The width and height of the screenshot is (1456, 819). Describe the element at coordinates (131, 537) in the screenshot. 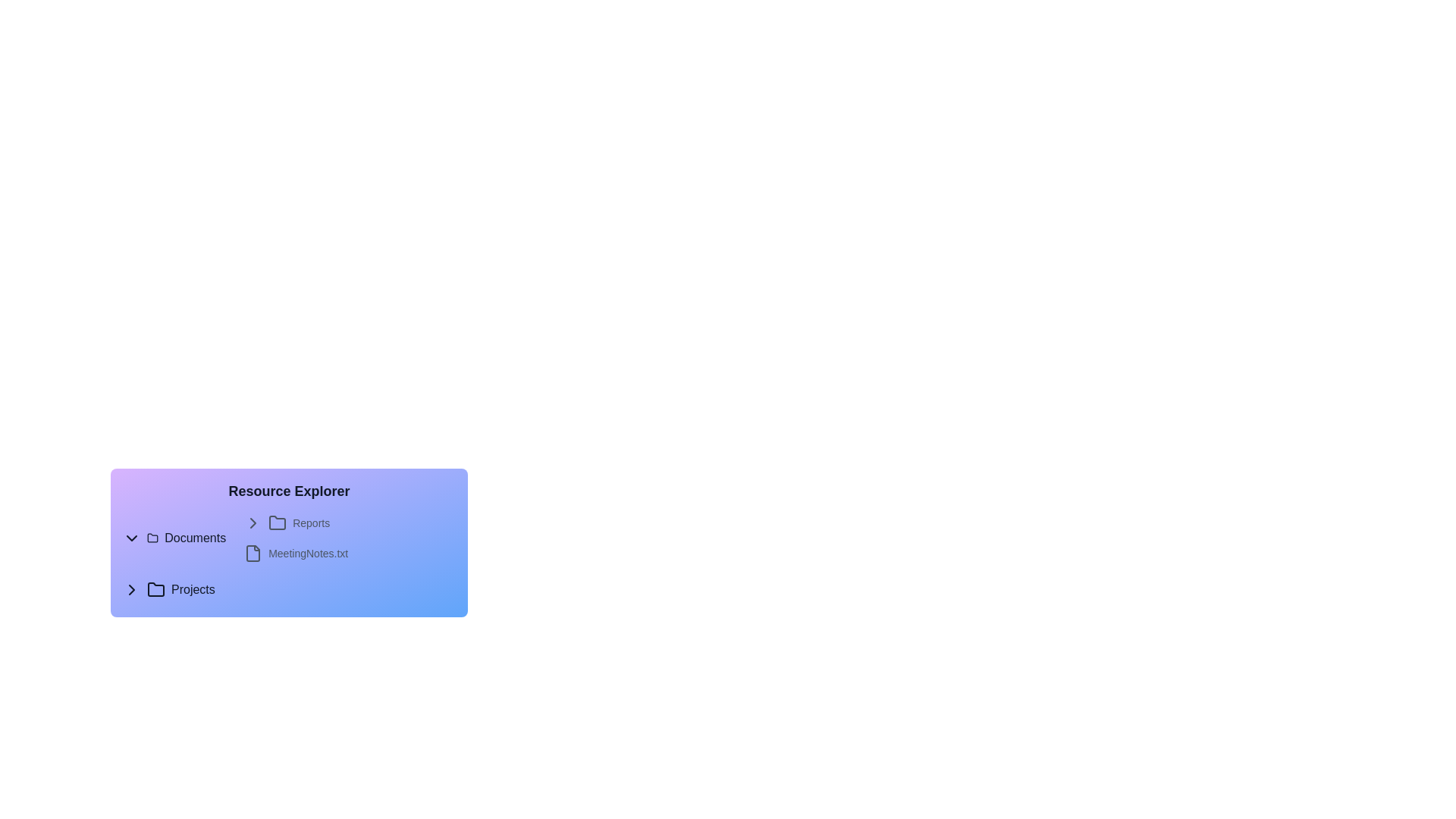

I see `the downward-pointing triangular chevron icon next to the 'Documents' entry` at that location.